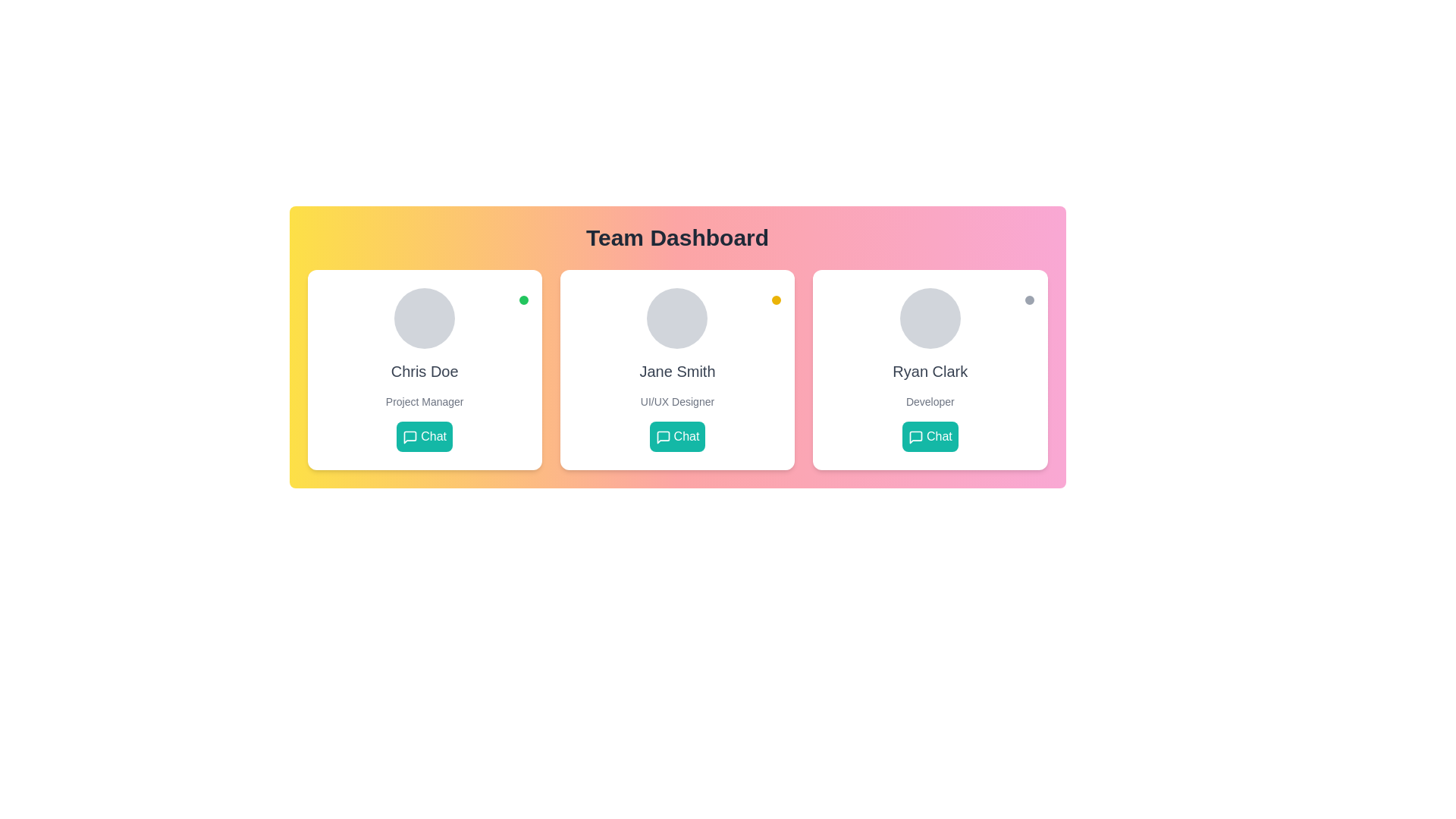 This screenshot has width=1456, height=819. Describe the element at coordinates (425, 400) in the screenshot. I see `the 'Project Manager' text label, which is styled in a small, gray font and located within the central profile card, positioned below the name 'Chris Doe' and above the teal 'Chat' button` at that location.